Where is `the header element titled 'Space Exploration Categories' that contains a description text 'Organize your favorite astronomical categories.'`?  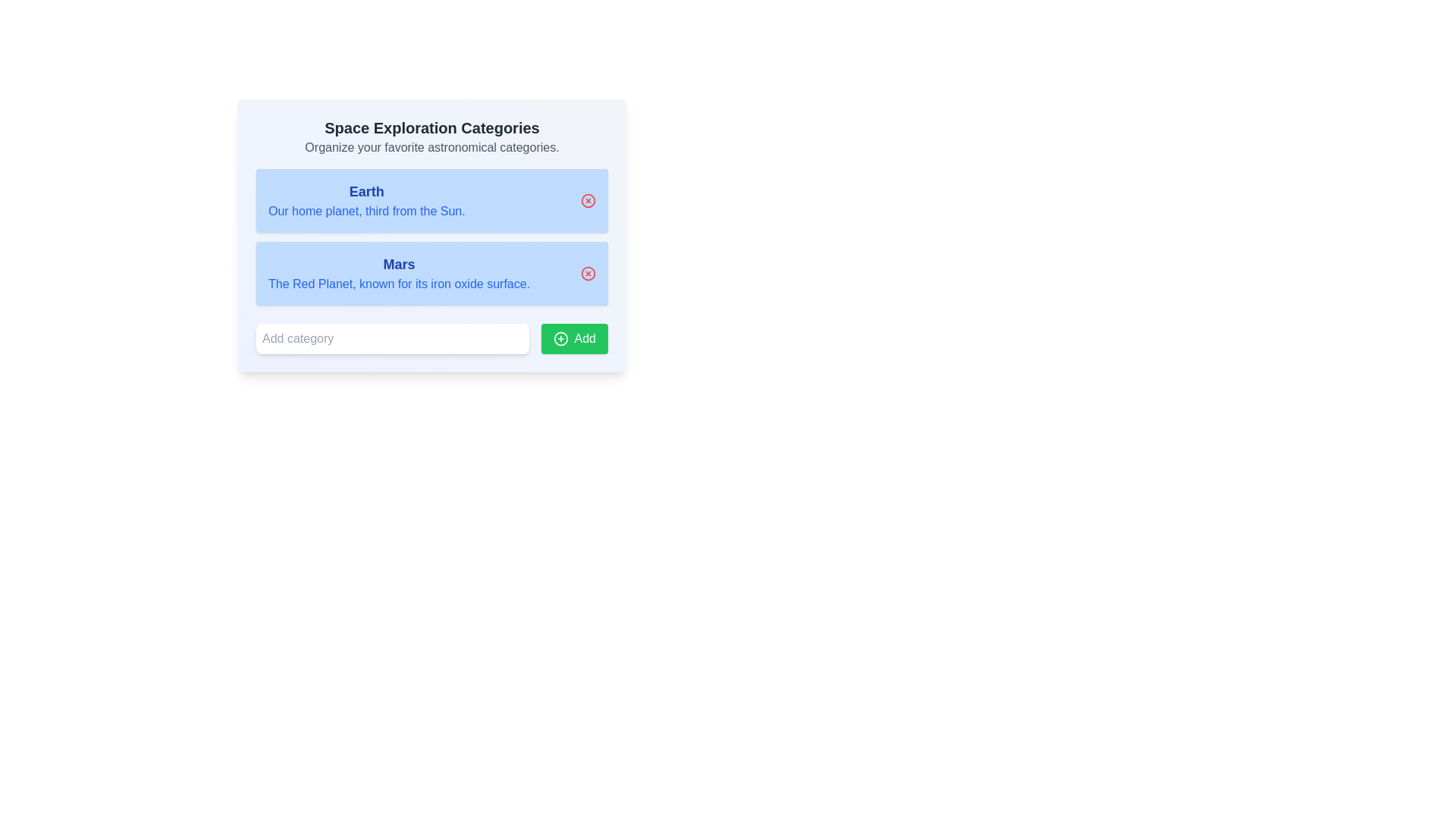
the header element titled 'Space Exploration Categories' that contains a description text 'Organize your favorite astronomical categories.' is located at coordinates (431, 137).